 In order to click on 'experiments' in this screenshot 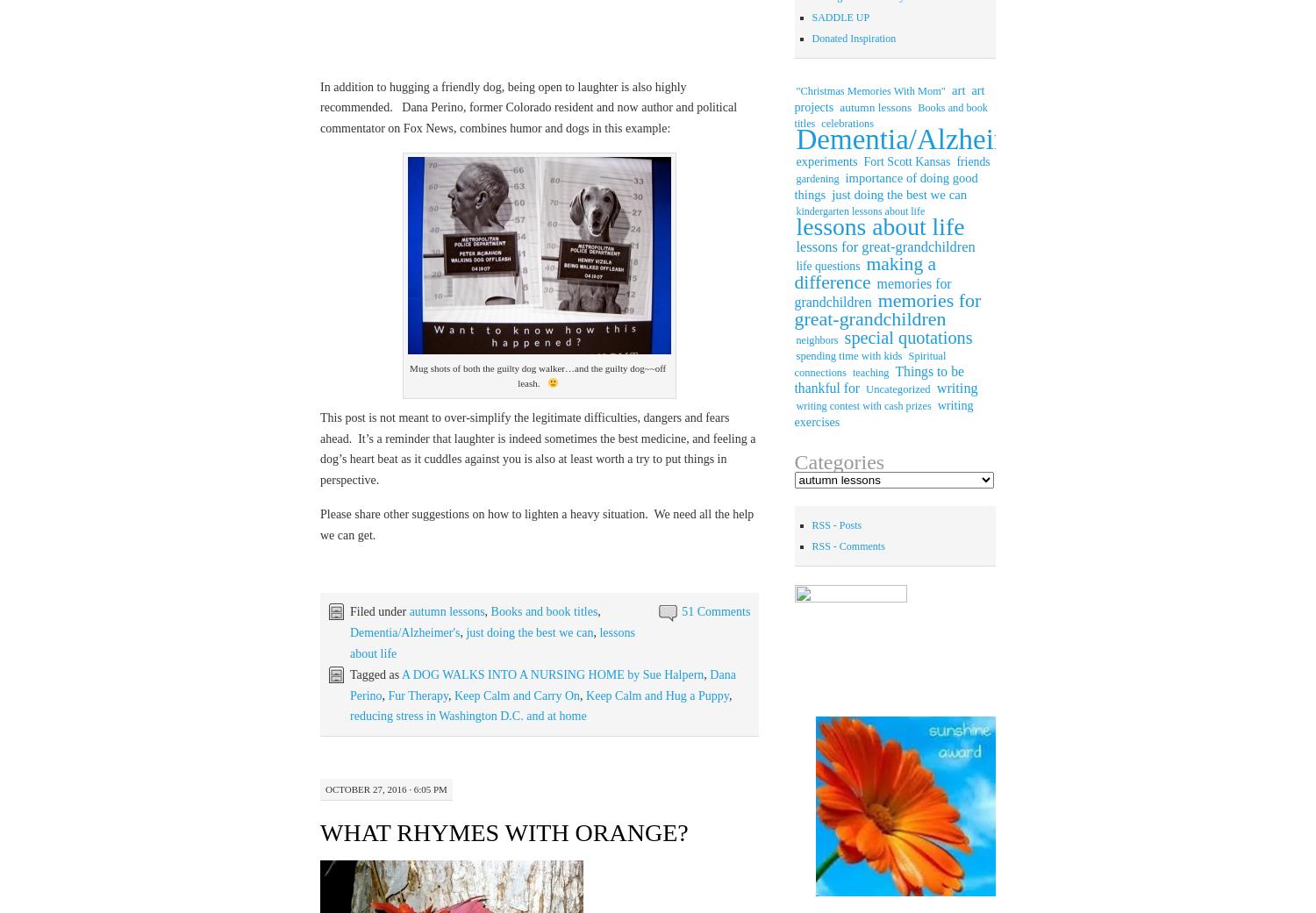, I will do `click(826, 160)`.